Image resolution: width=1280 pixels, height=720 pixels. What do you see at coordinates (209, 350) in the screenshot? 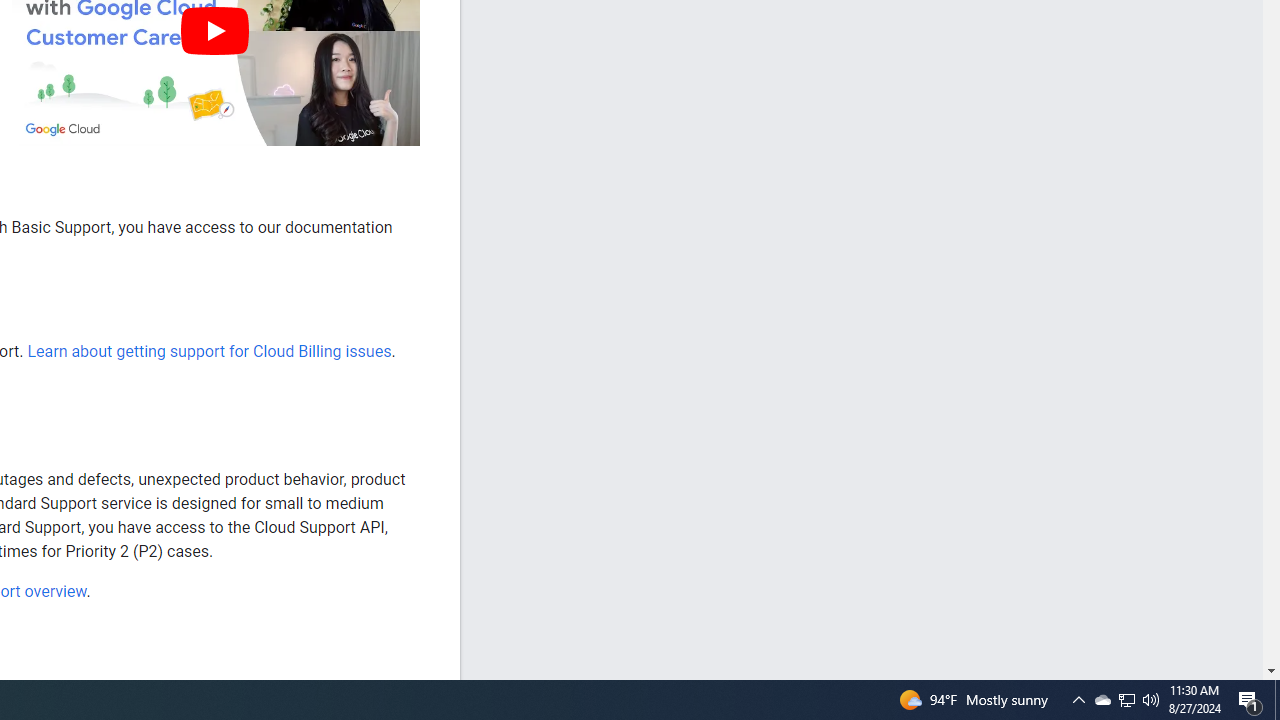
I see `'Learn about getting support for Cloud Billing issues'` at bounding box center [209, 350].